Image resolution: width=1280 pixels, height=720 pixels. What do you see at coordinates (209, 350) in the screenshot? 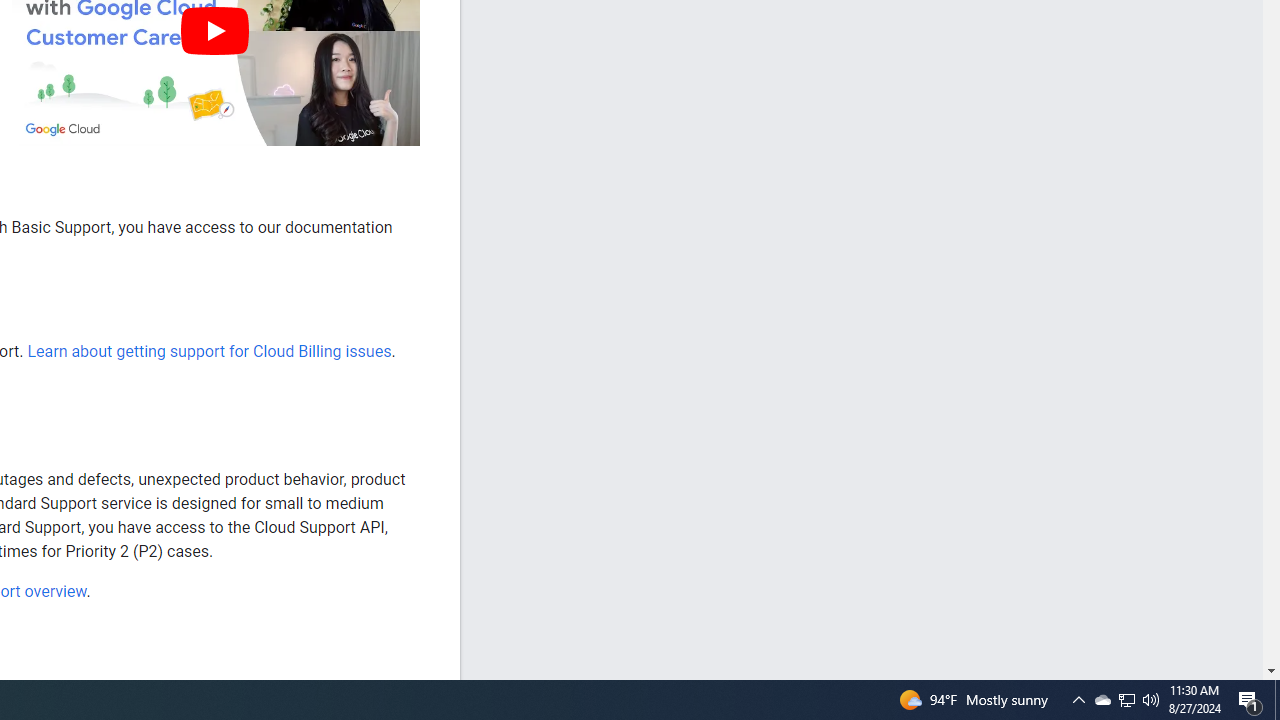
I see `'Learn about getting support for Cloud Billing issues'` at bounding box center [209, 350].